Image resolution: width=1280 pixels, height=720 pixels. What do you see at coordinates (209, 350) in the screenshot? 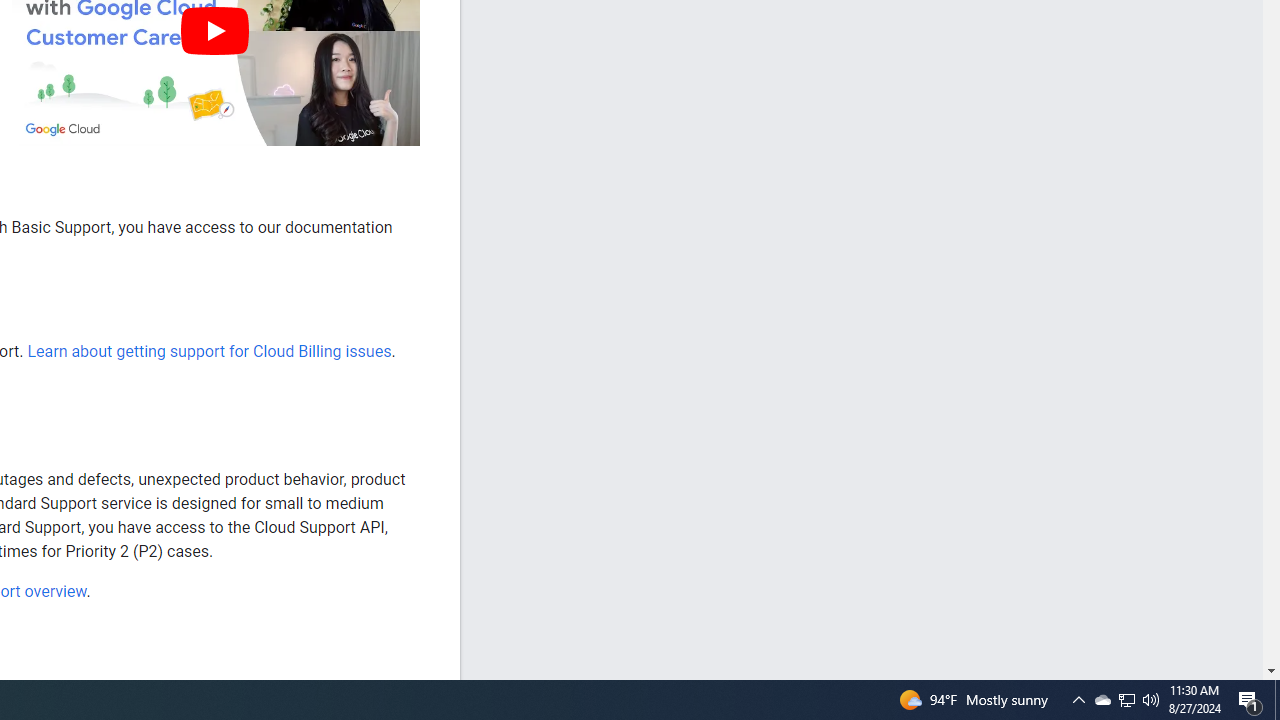
I see `'Learn about getting support for Cloud Billing issues'` at bounding box center [209, 350].